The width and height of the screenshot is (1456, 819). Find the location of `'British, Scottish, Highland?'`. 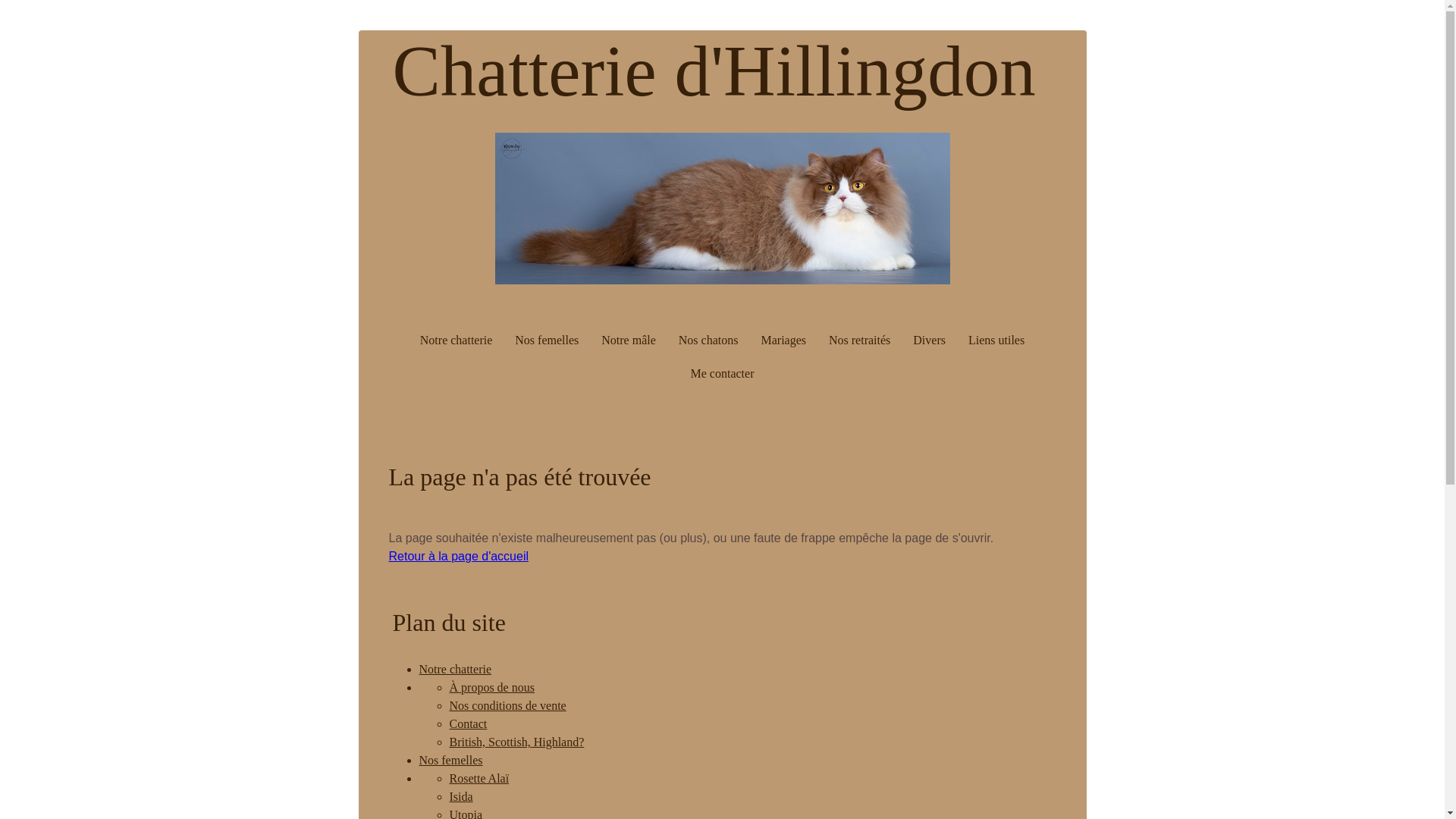

'British, Scottish, Highland?' is located at coordinates (516, 741).